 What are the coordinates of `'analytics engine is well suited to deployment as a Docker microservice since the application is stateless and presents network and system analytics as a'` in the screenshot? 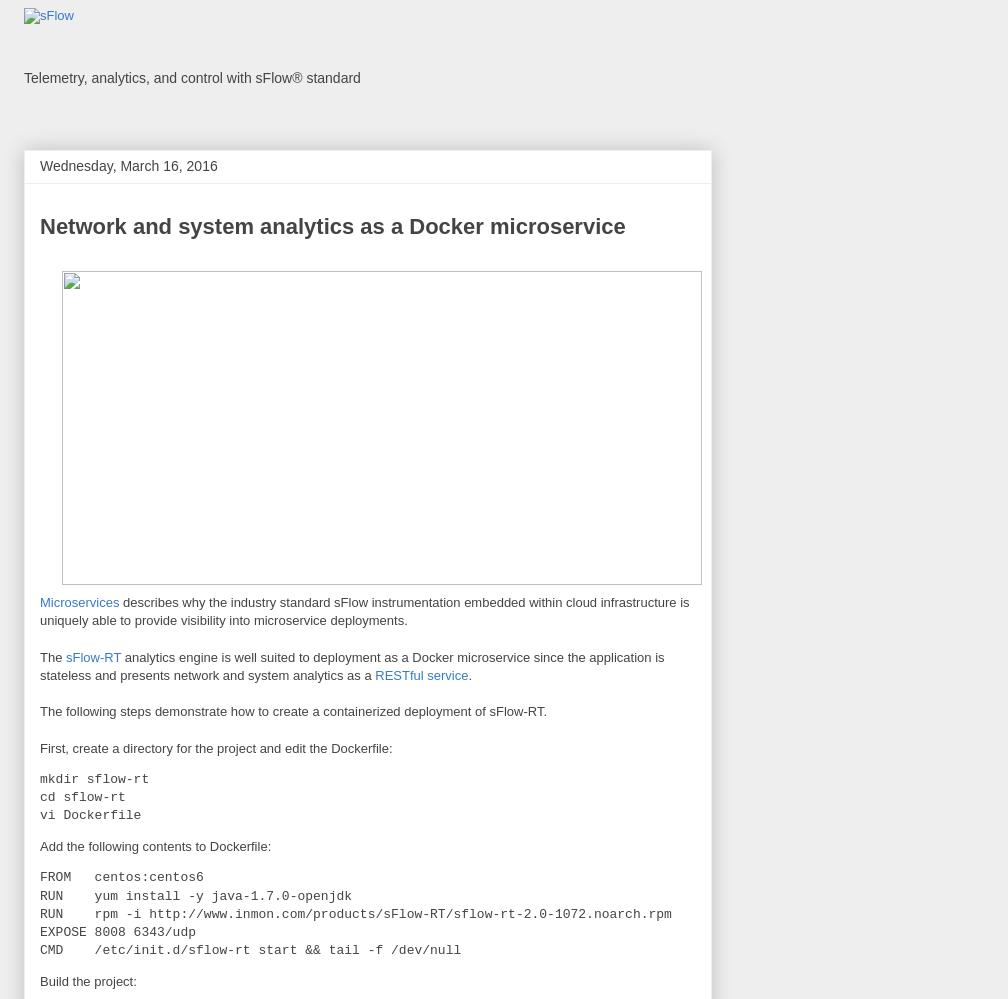 It's located at (351, 664).